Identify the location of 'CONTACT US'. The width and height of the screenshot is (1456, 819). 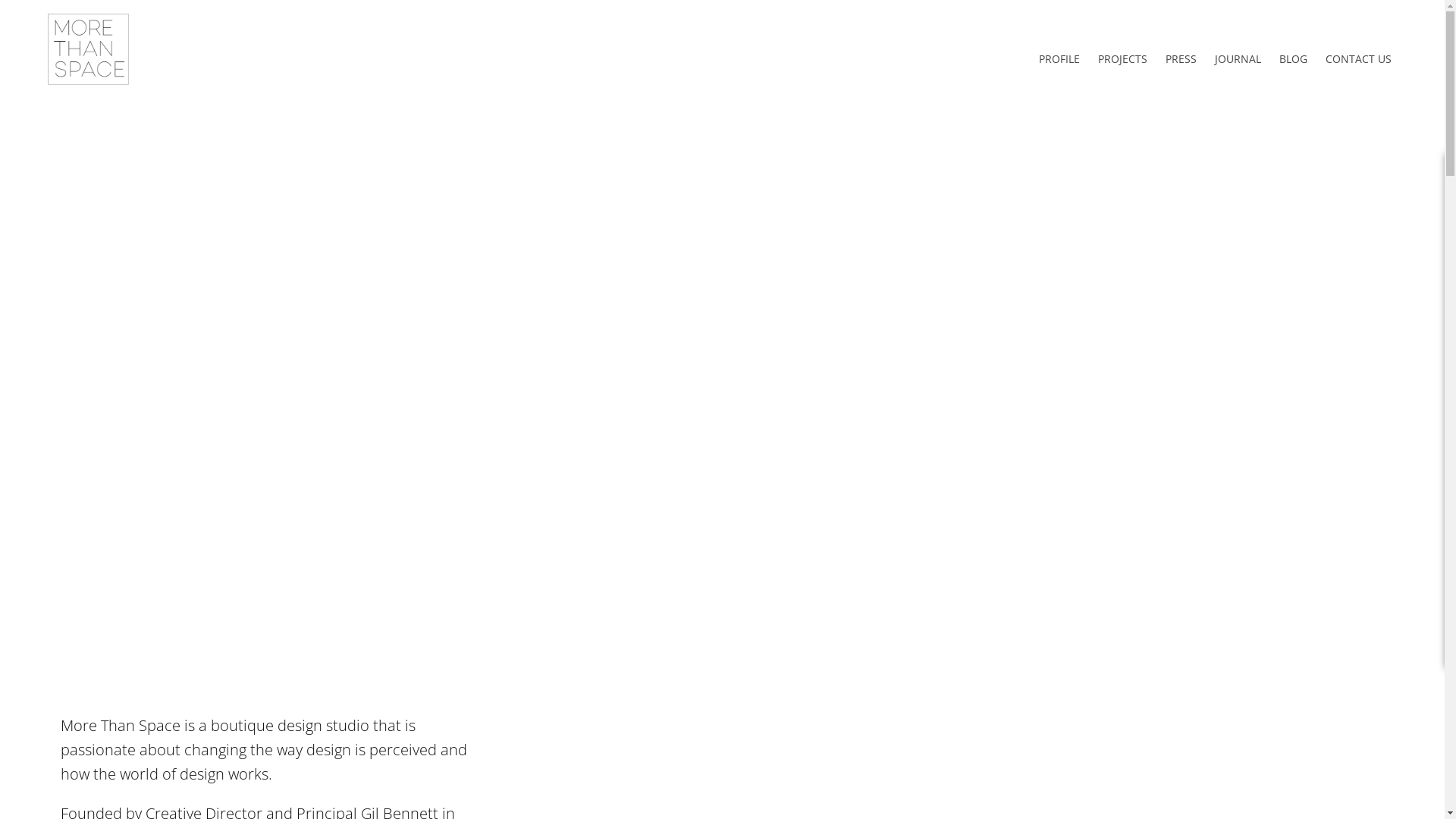
(1358, 58).